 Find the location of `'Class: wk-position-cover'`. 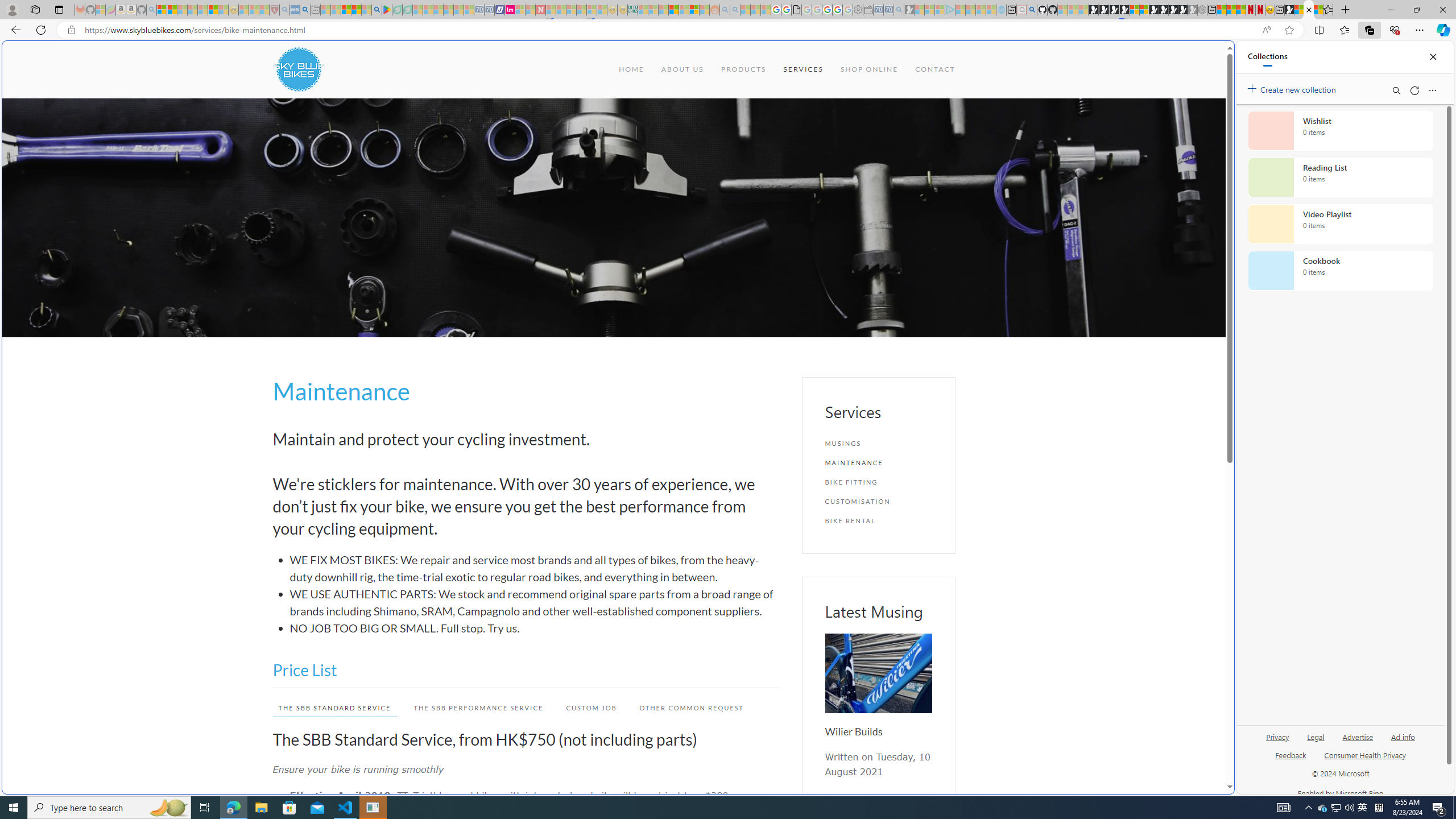

'Class: wk-position-cover' is located at coordinates (877, 673).